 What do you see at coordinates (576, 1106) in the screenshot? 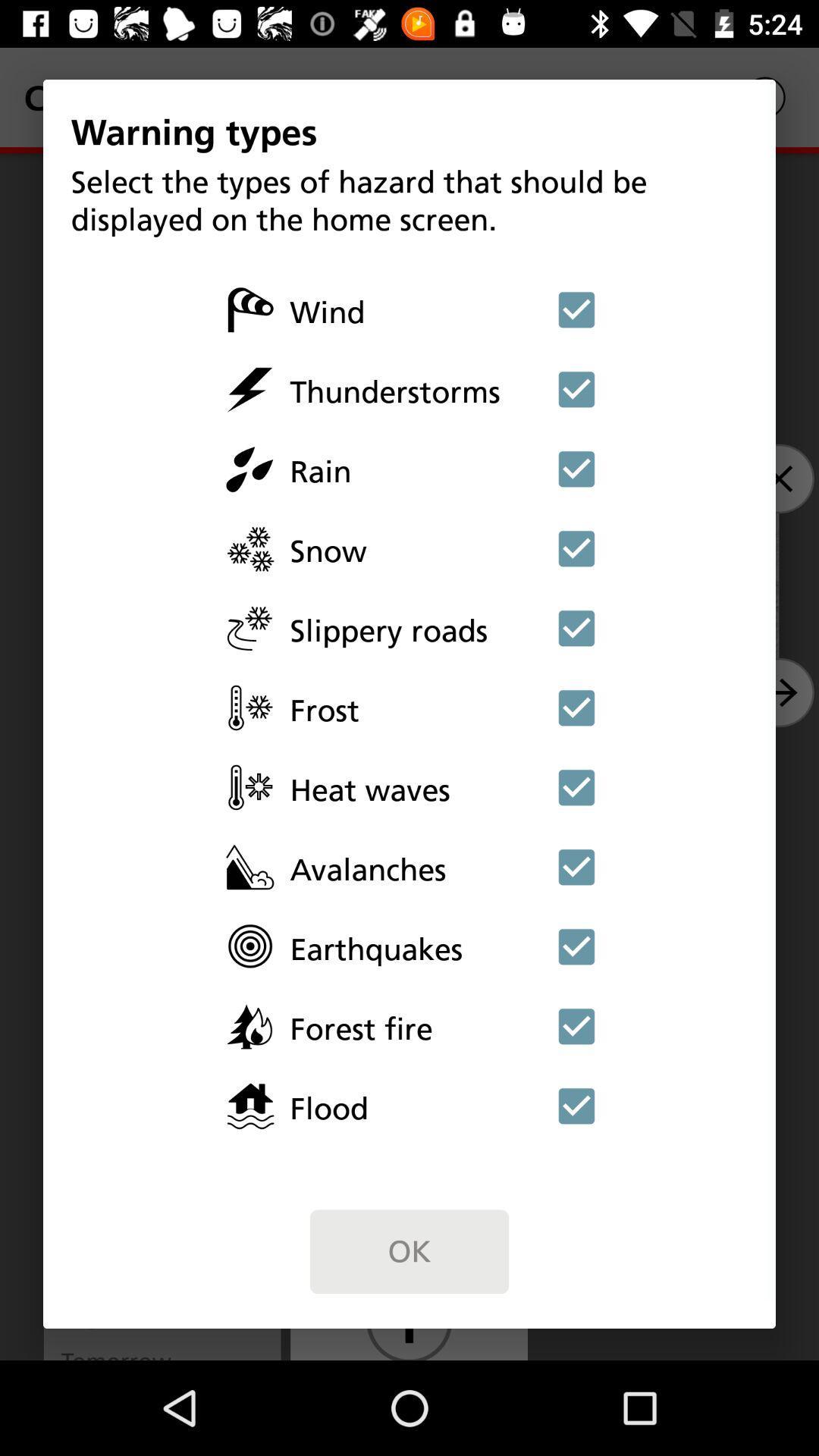
I see `flood warning` at bounding box center [576, 1106].